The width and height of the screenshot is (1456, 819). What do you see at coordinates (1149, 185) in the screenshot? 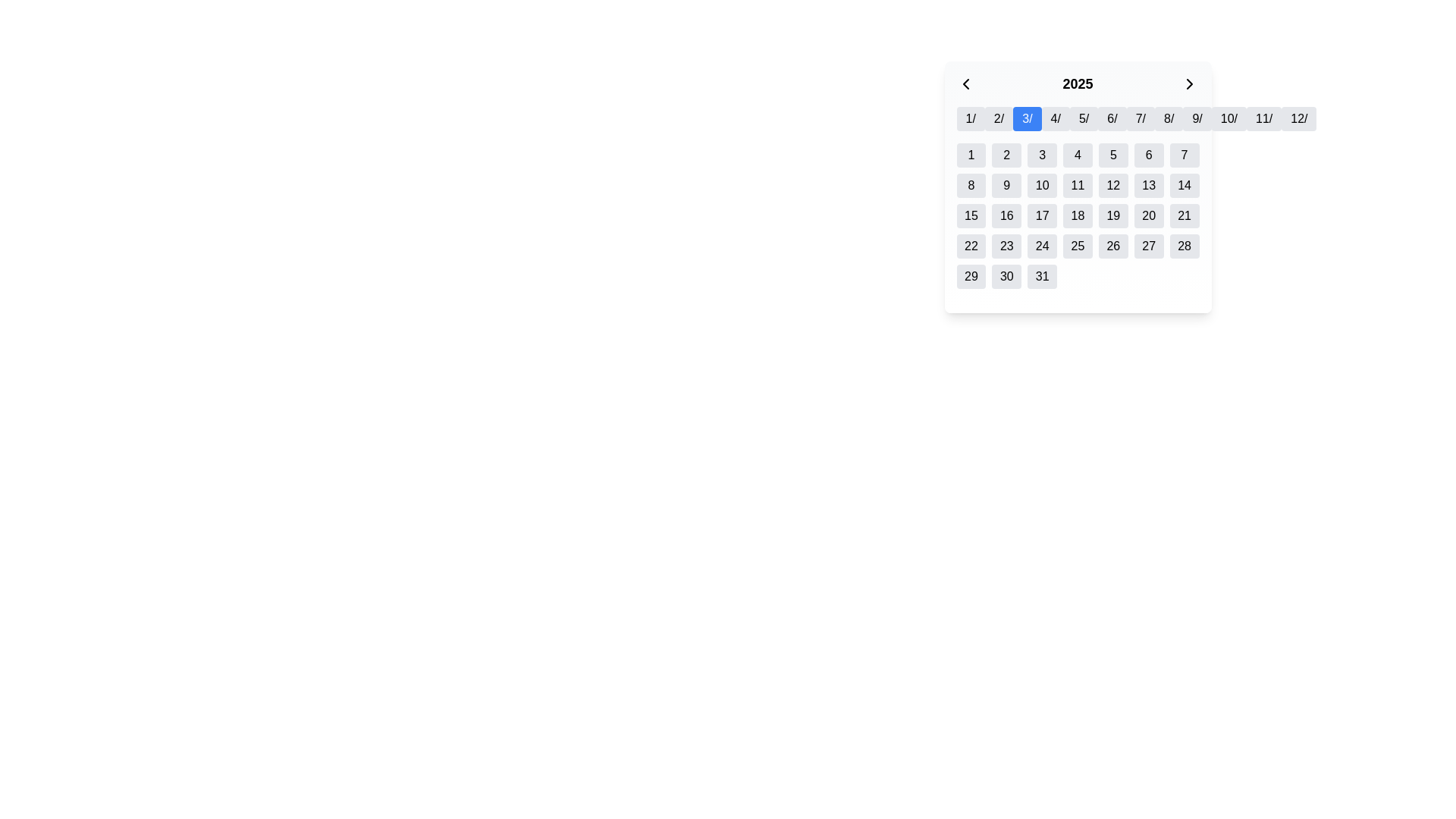
I see `the button representing the date '13' in the calendar interface` at bounding box center [1149, 185].